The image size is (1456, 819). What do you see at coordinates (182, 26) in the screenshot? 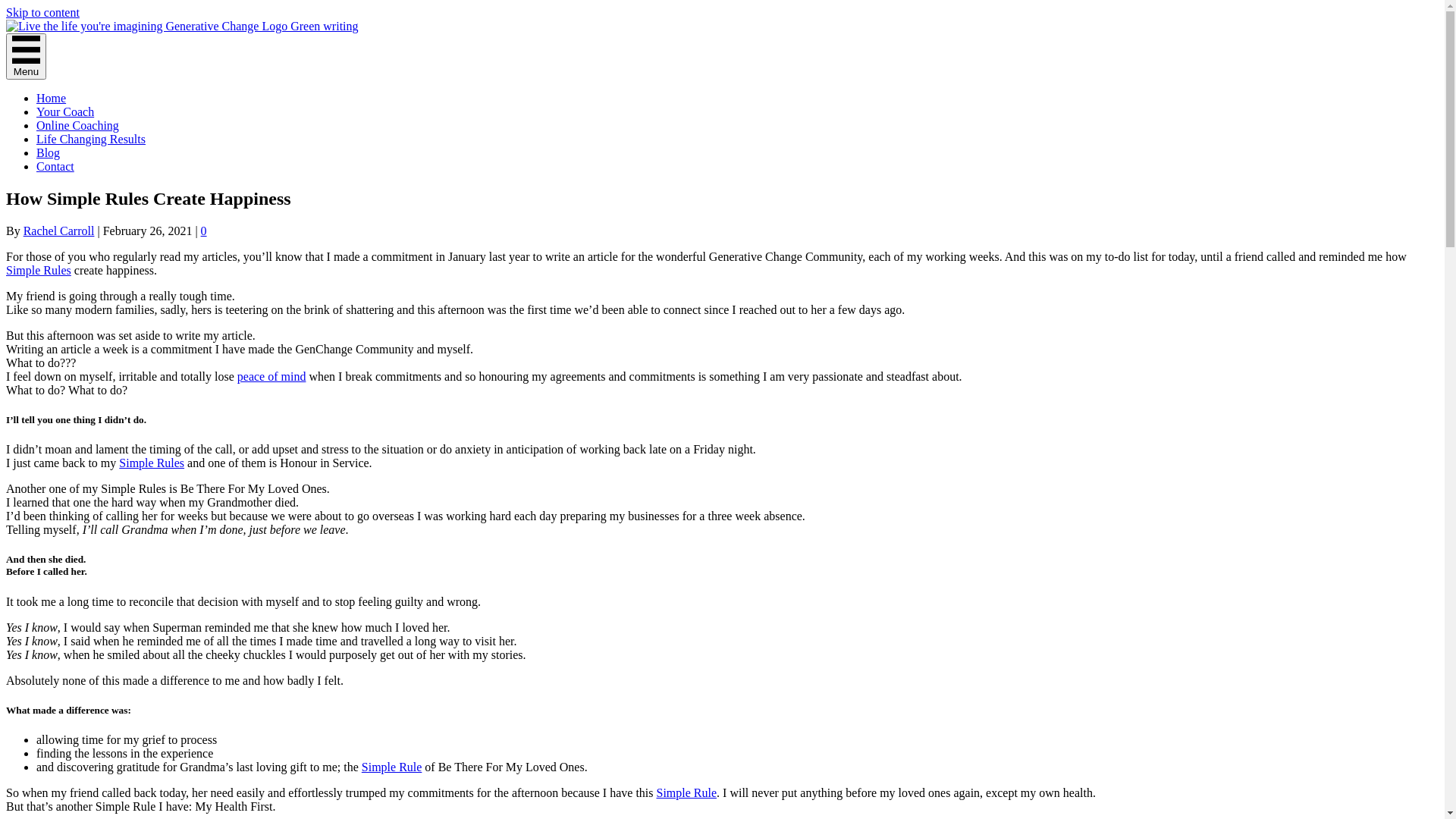
I see `'logo-generative-change'` at bounding box center [182, 26].